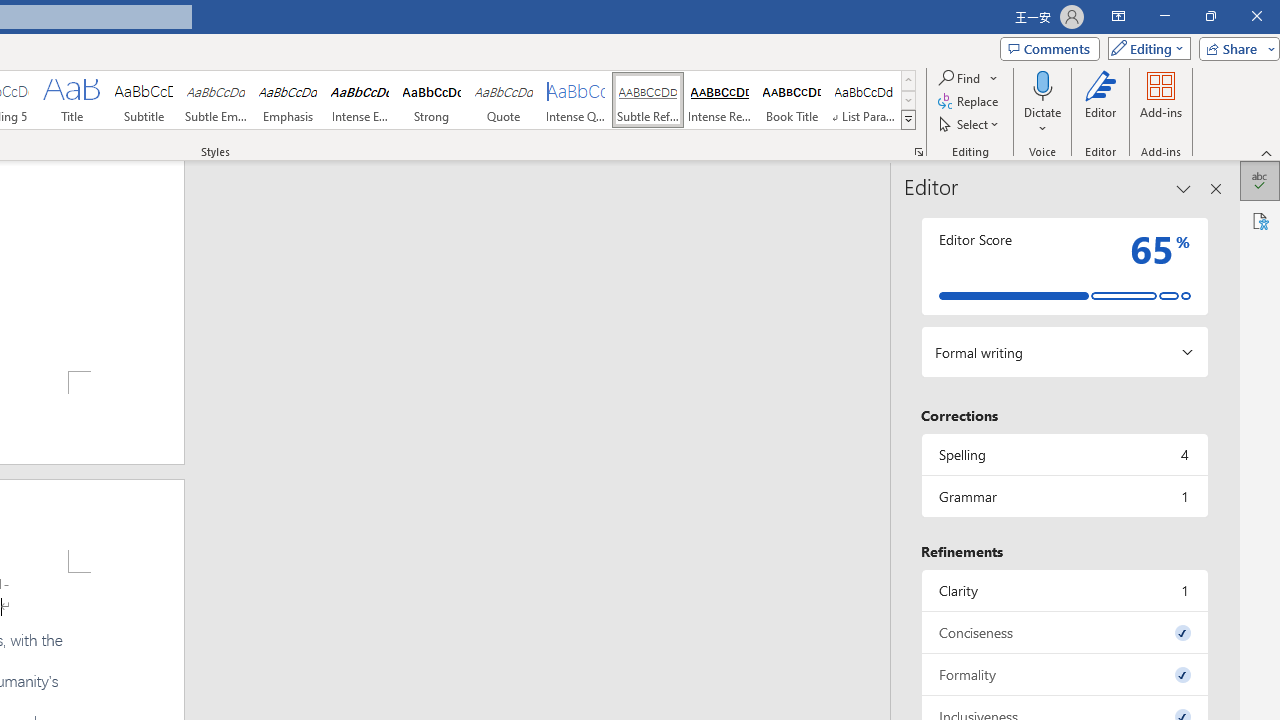 Image resolution: width=1280 pixels, height=720 pixels. I want to click on 'Select', so click(970, 124).